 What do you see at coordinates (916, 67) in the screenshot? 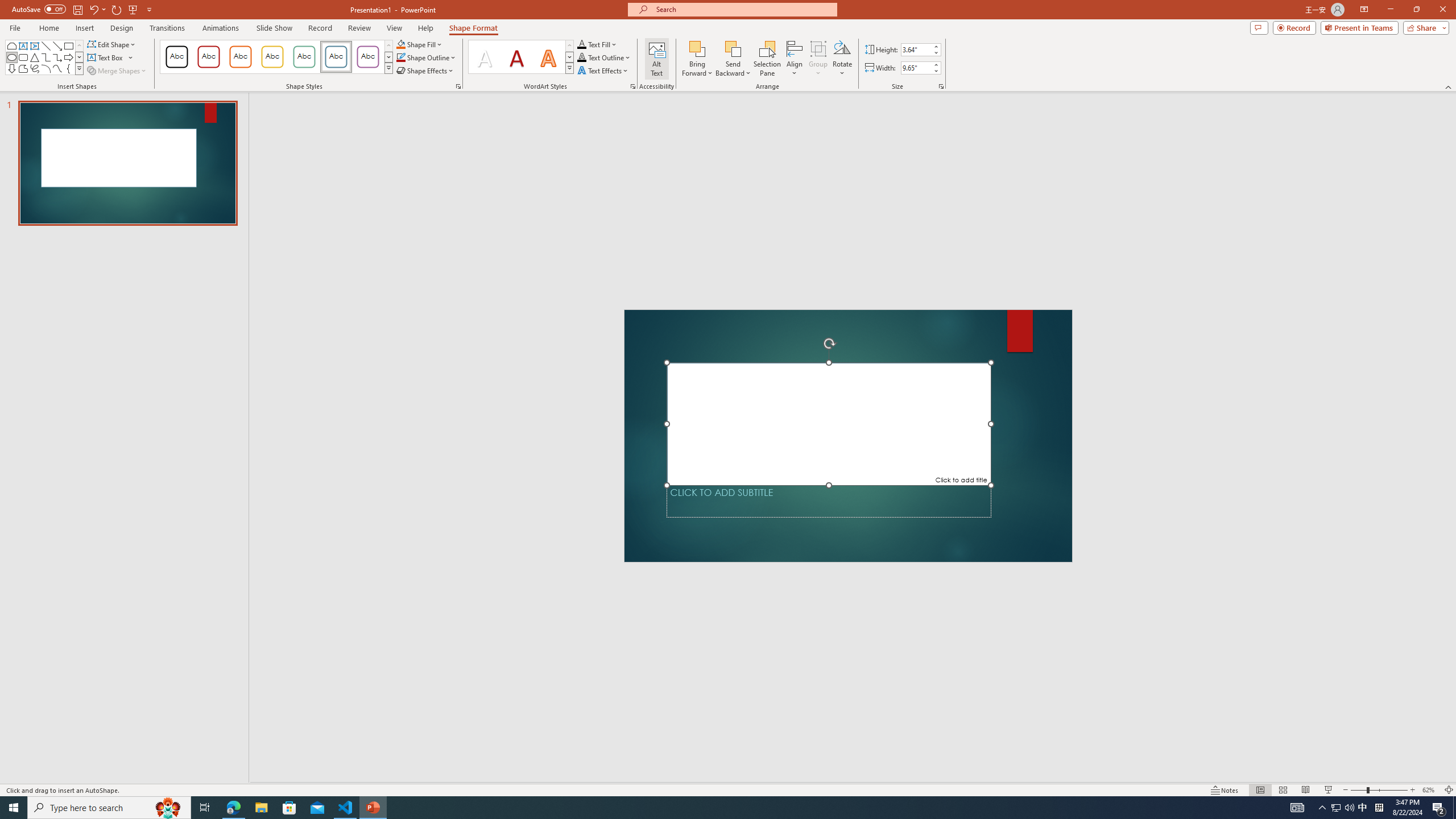
I see `'Shape Width'` at bounding box center [916, 67].